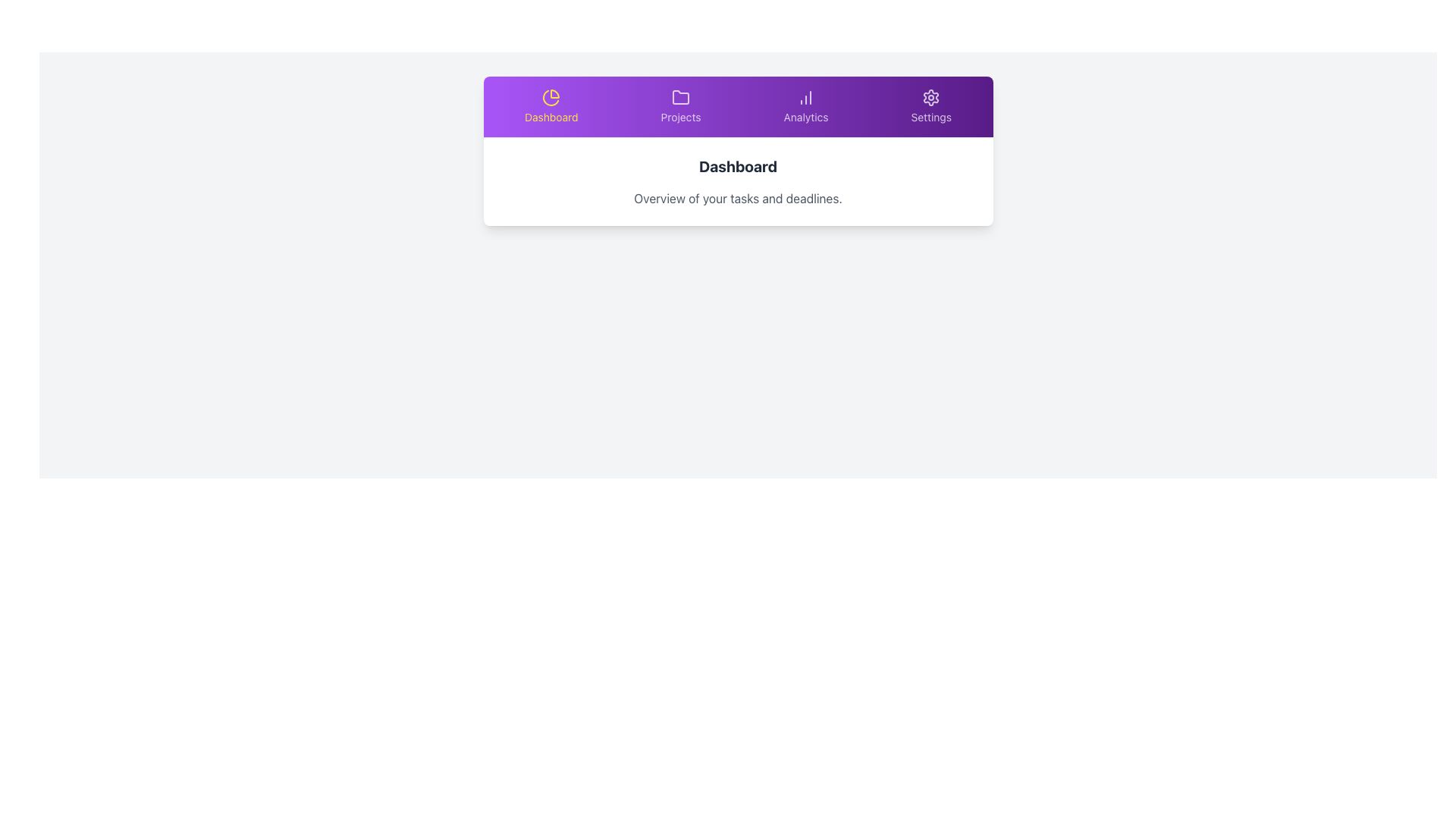 The height and width of the screenshot is (819, 1456). I want to click on the 'Settings' navigational button, so click(930, 106).